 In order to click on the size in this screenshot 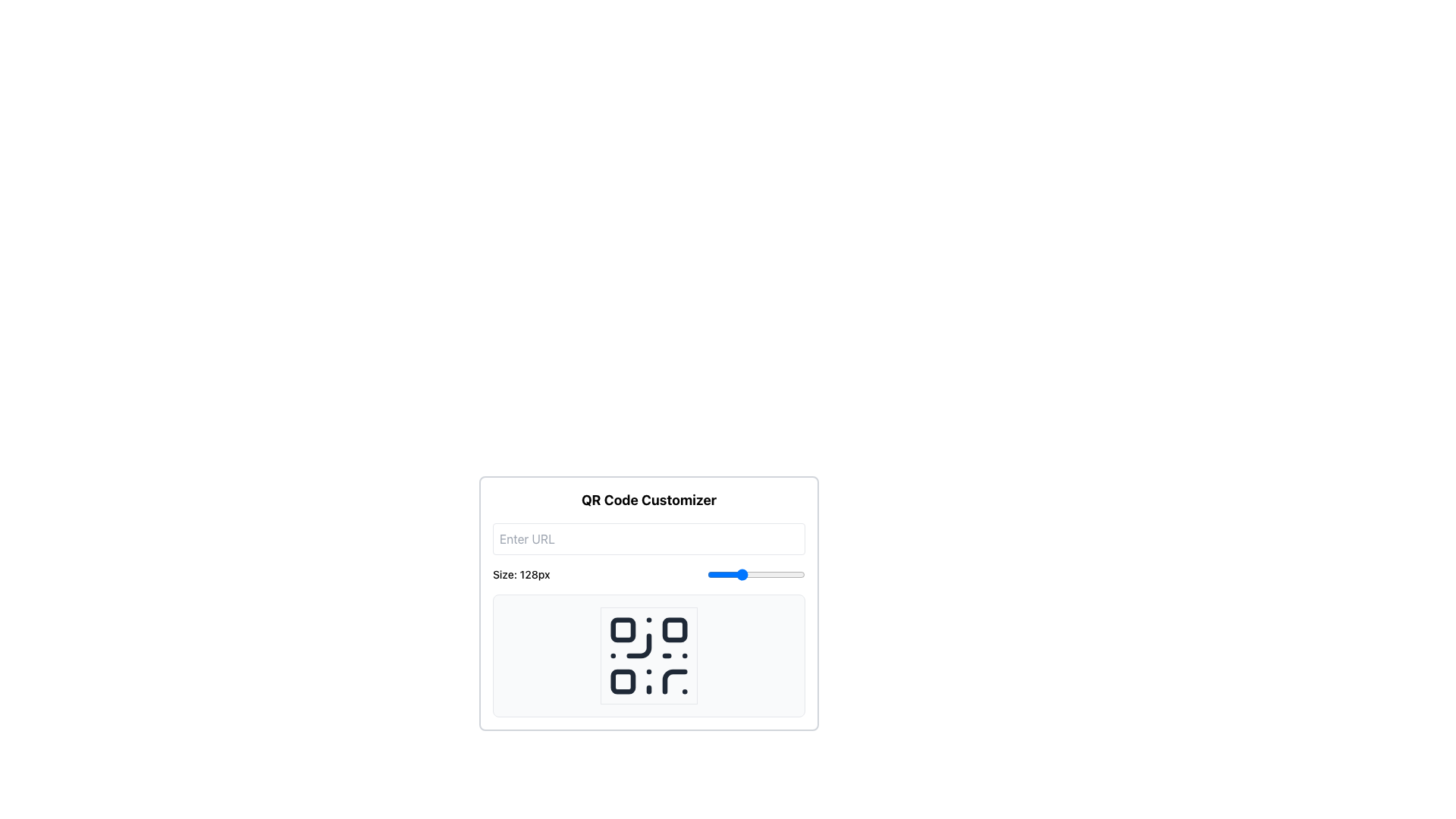, I will do `click(757, 575)`.